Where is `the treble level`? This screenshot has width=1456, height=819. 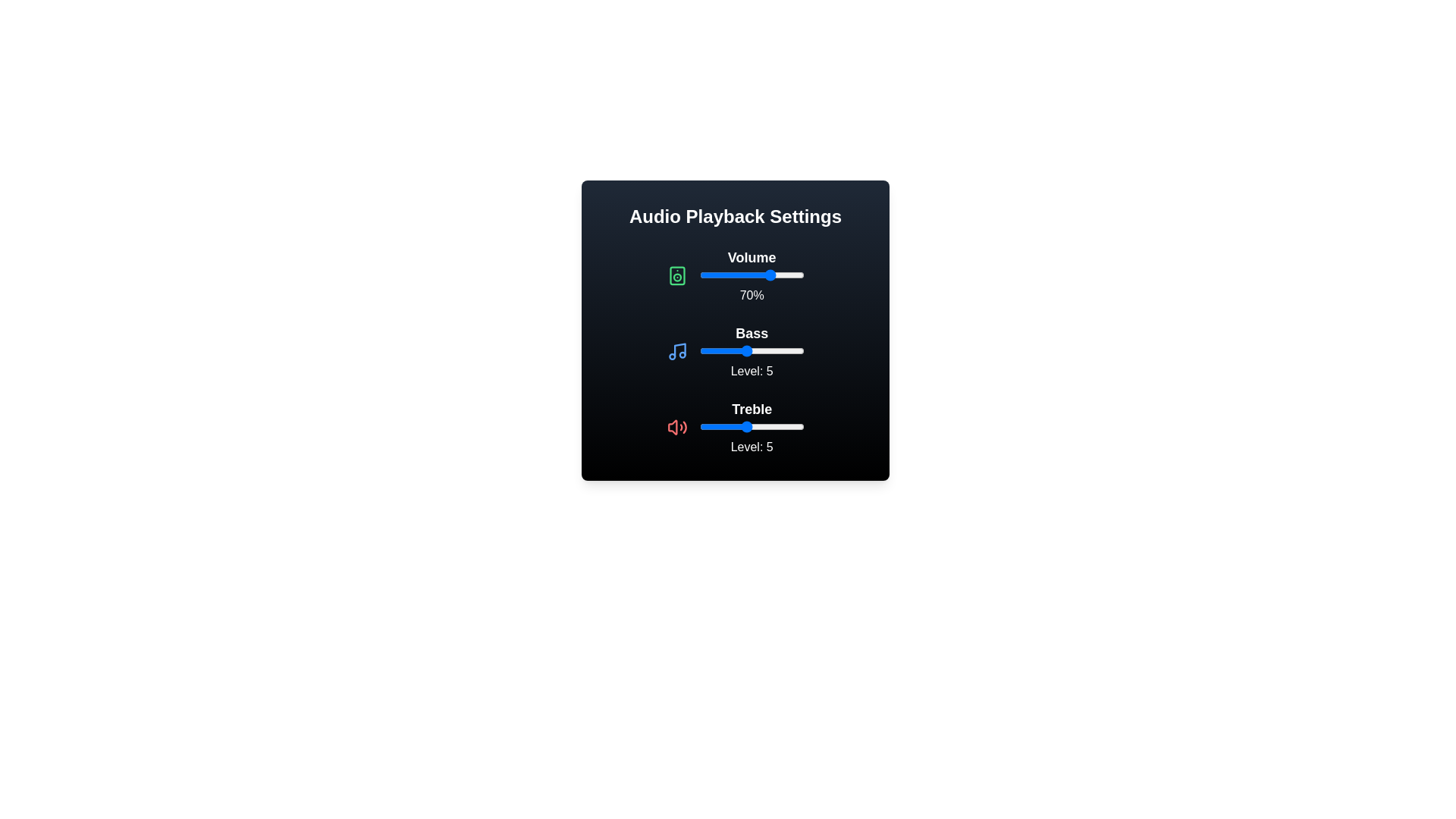 the treble level is located at coordinates (792, 427).